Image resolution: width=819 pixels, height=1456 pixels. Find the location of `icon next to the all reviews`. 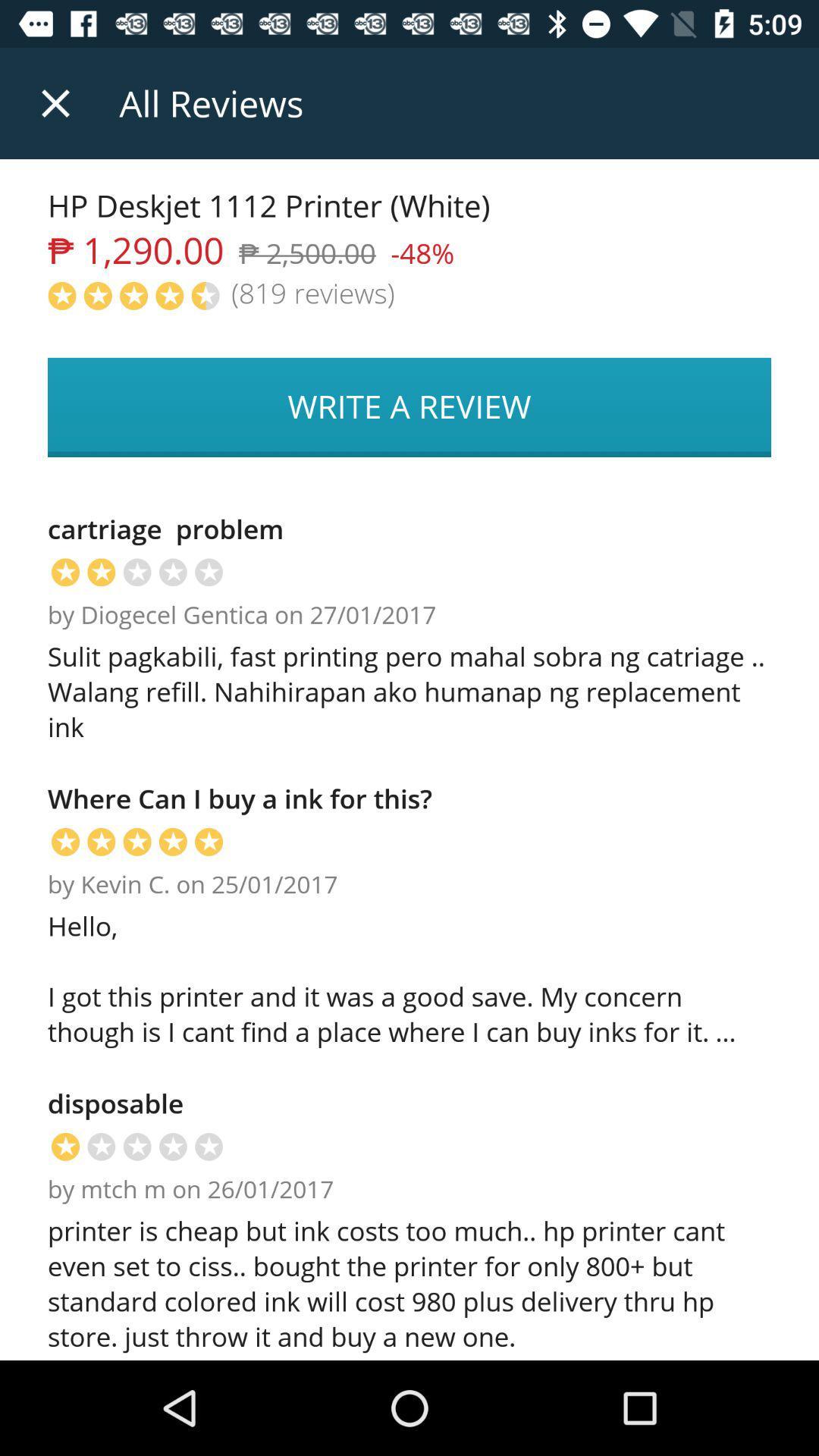

icon next to the all reviews is located at coordinates (55, 102).